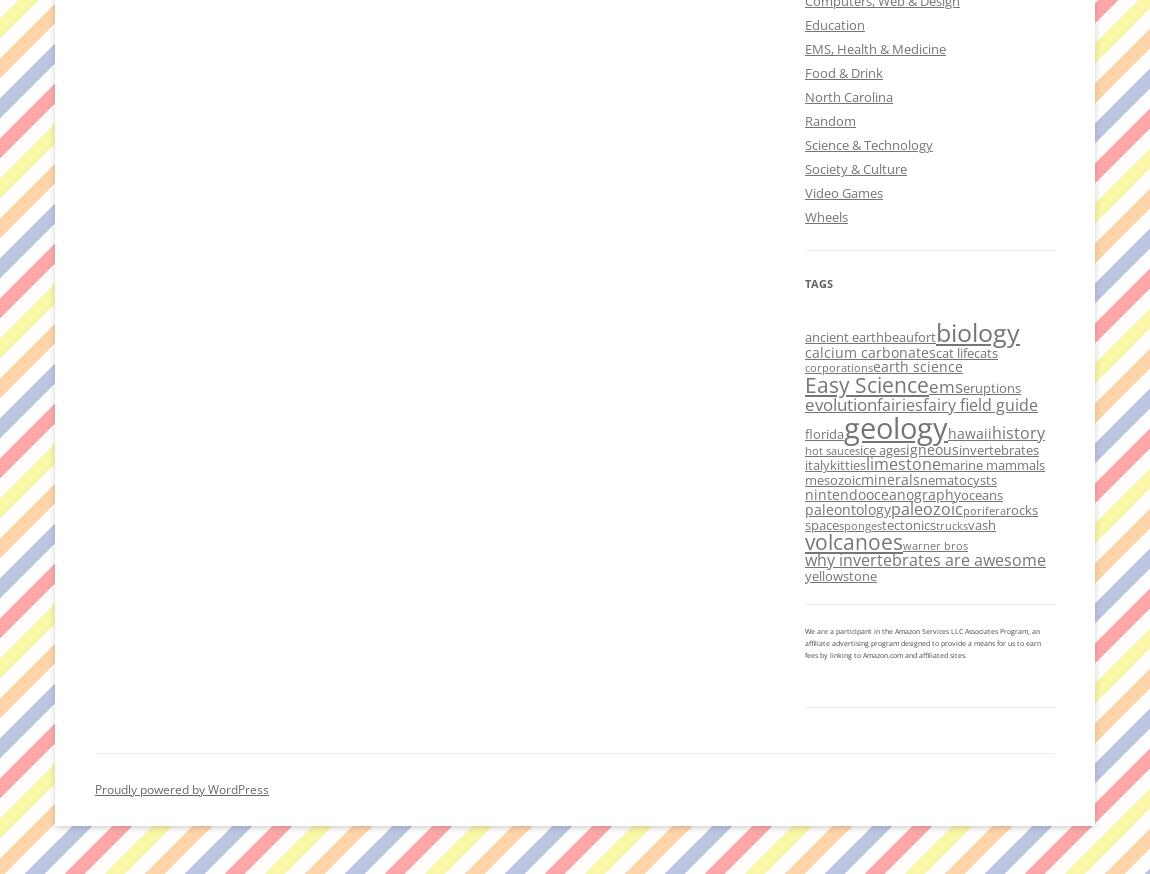 This screenshot has height=874, width=1150. I want to click on 'nintendo', so click(834, 492).